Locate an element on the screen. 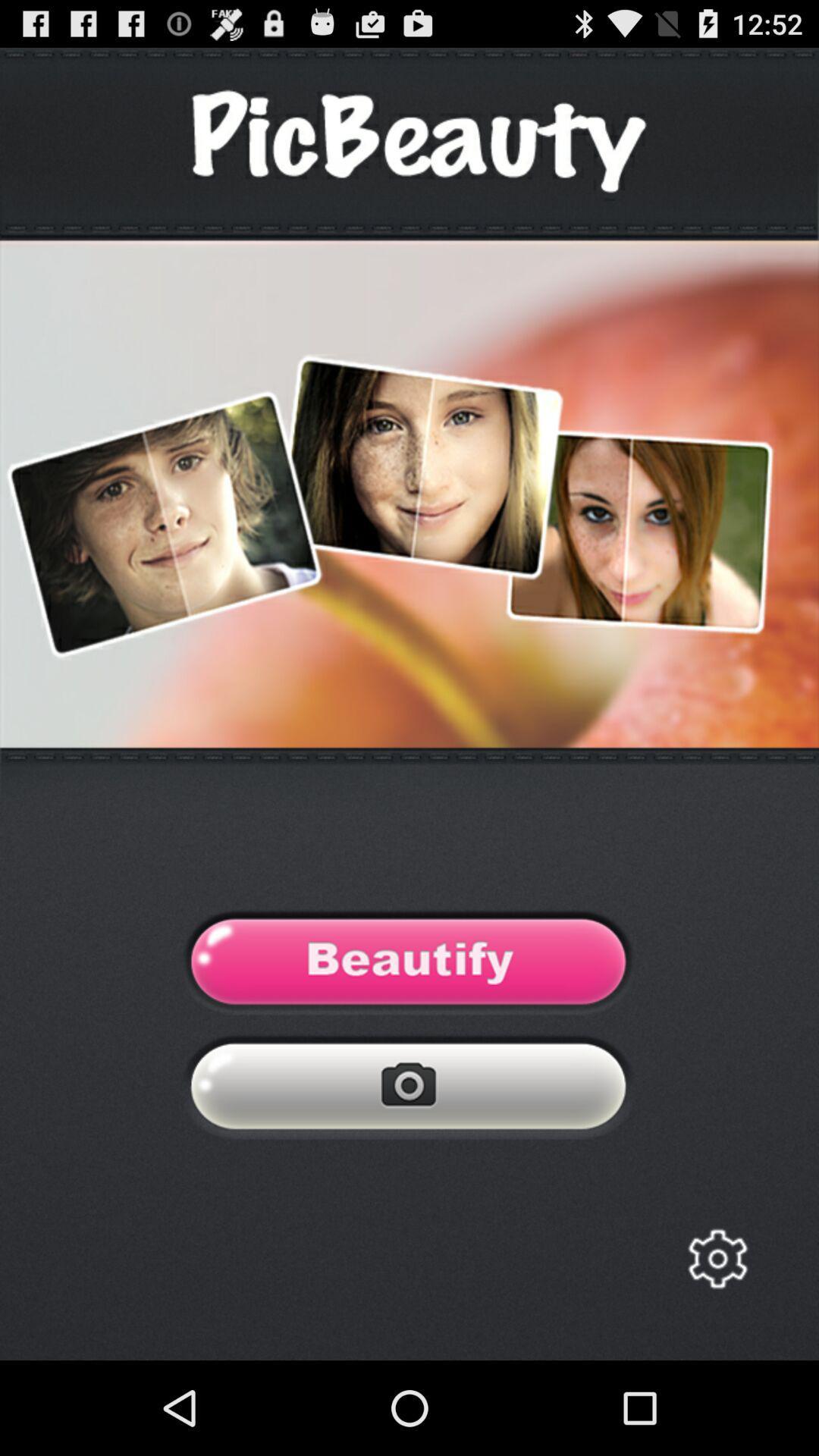 The image size is (819, 1456). picture is located at coordinates (408, 1090).